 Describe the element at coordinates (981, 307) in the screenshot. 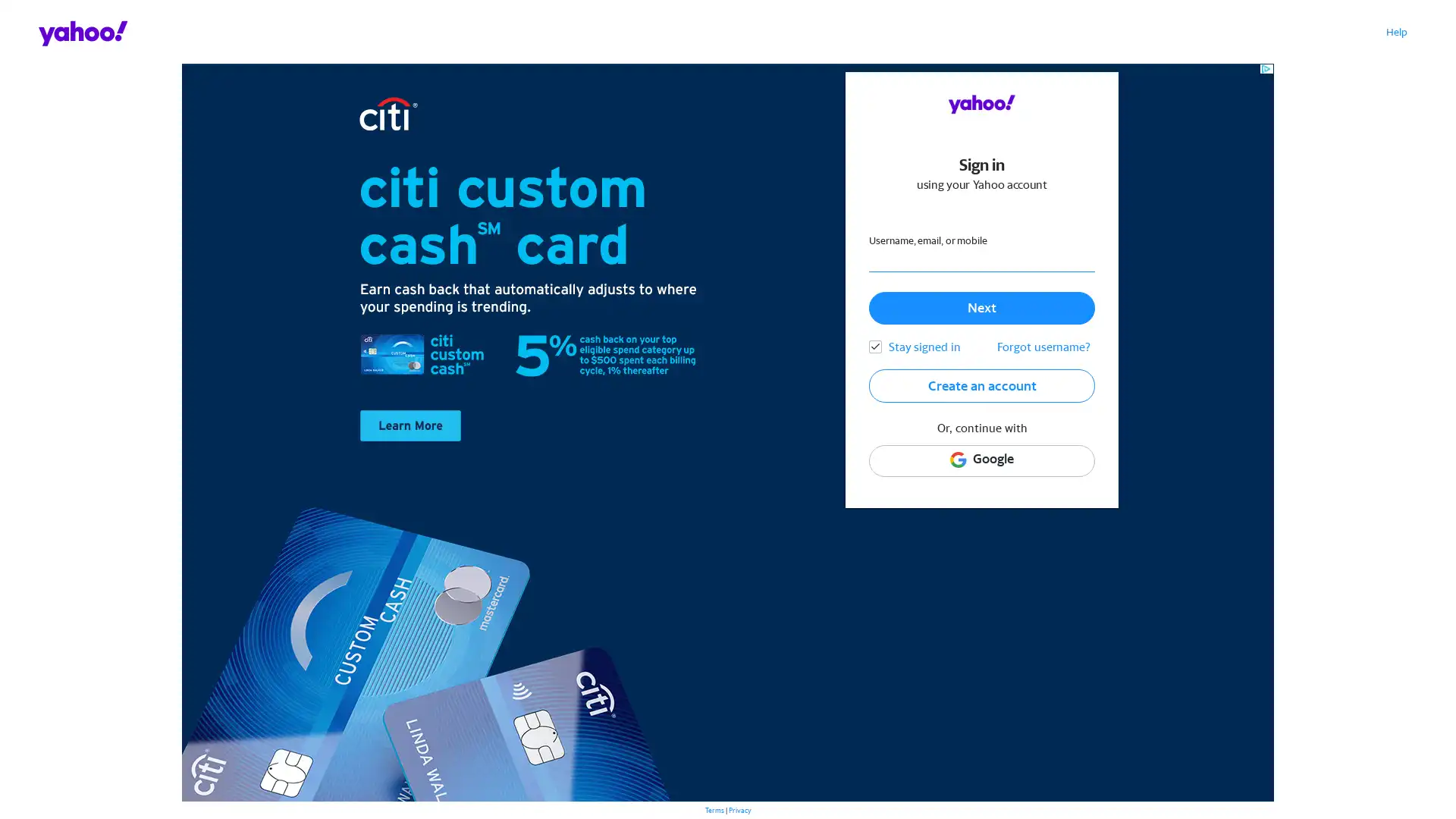

I see `Next` at that location.